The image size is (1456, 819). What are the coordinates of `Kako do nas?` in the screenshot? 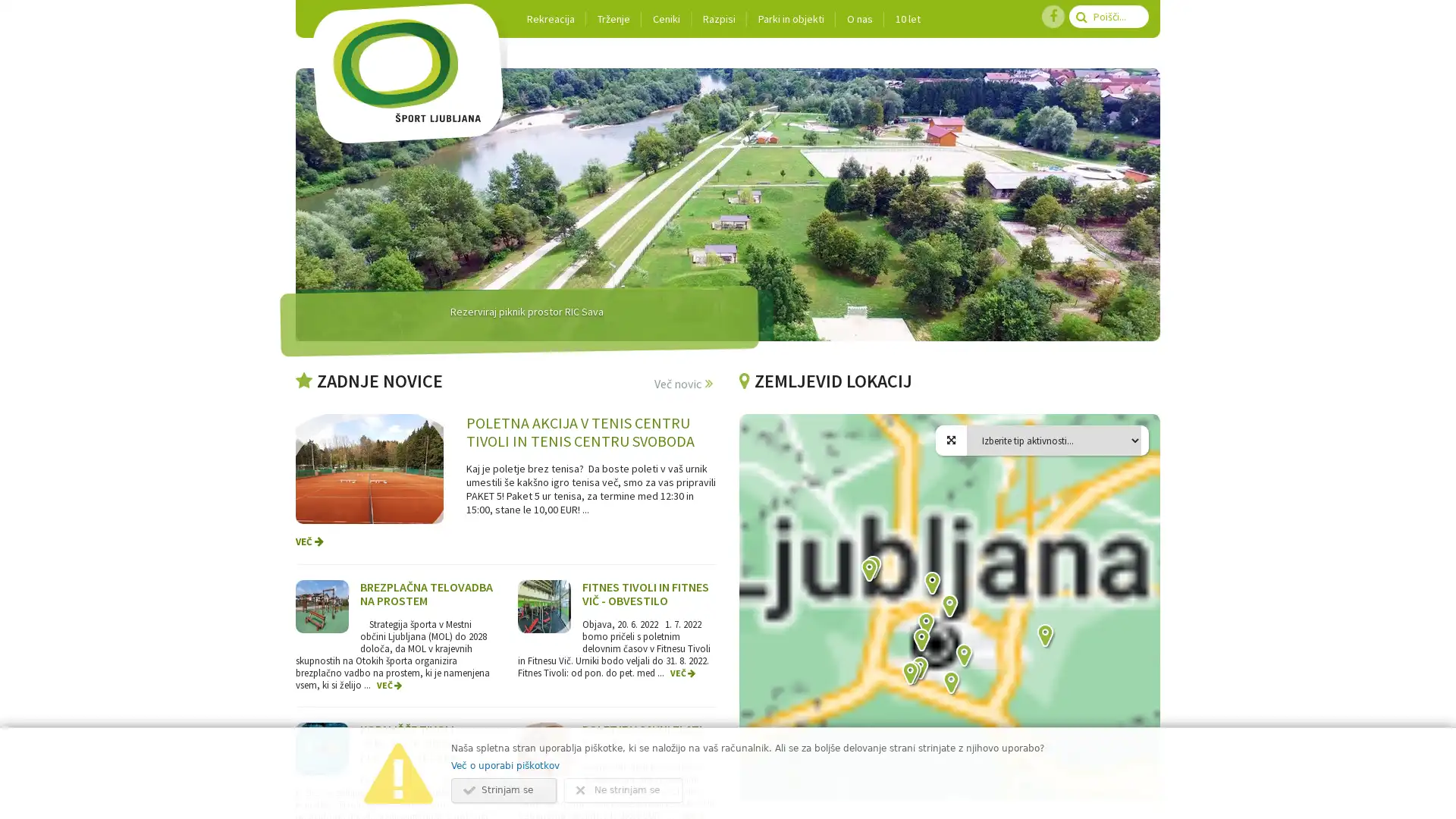 It's located at (924, 626).